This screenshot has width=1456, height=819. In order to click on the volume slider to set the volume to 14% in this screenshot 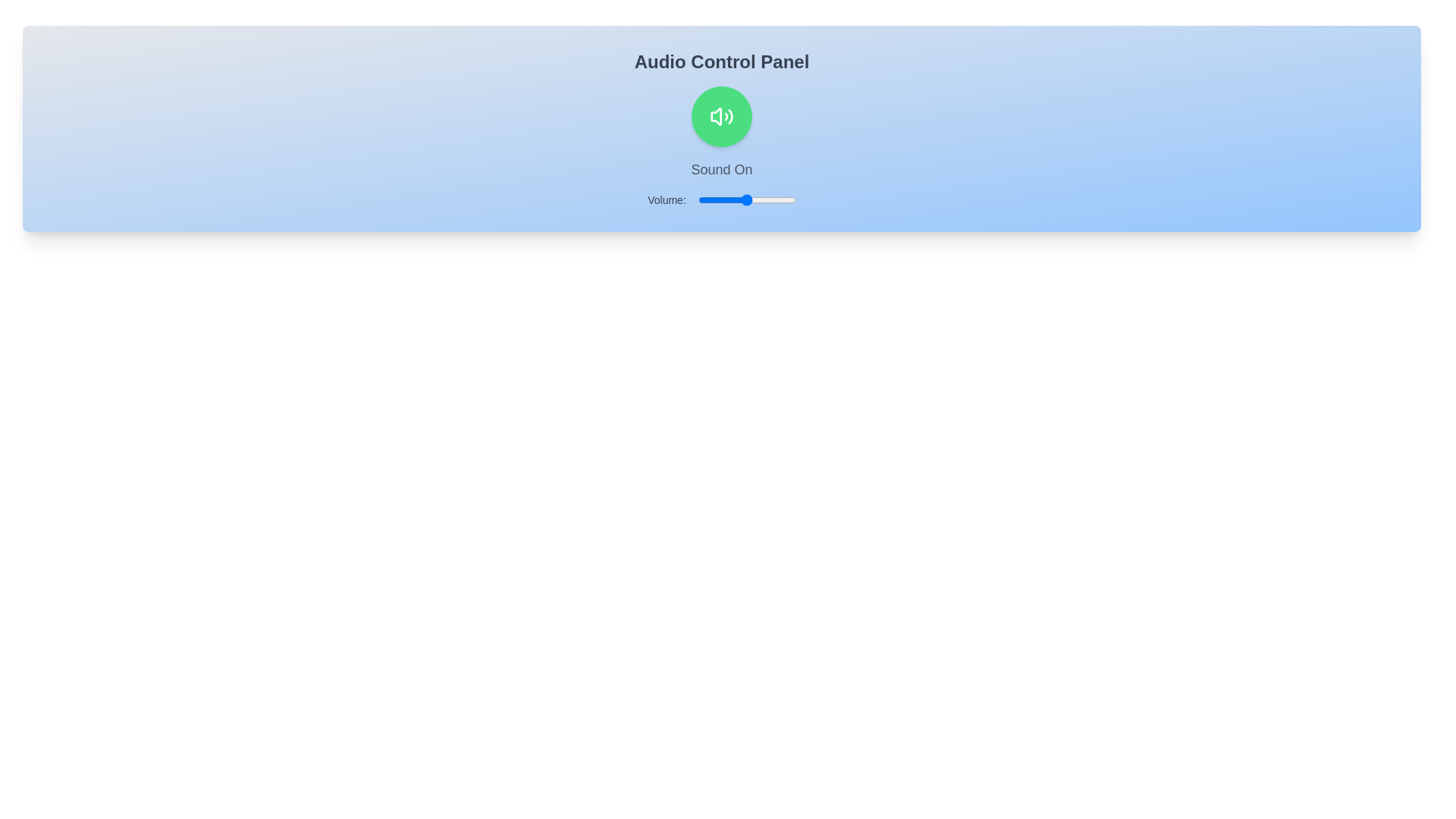, I will do `click(711, 199)`.